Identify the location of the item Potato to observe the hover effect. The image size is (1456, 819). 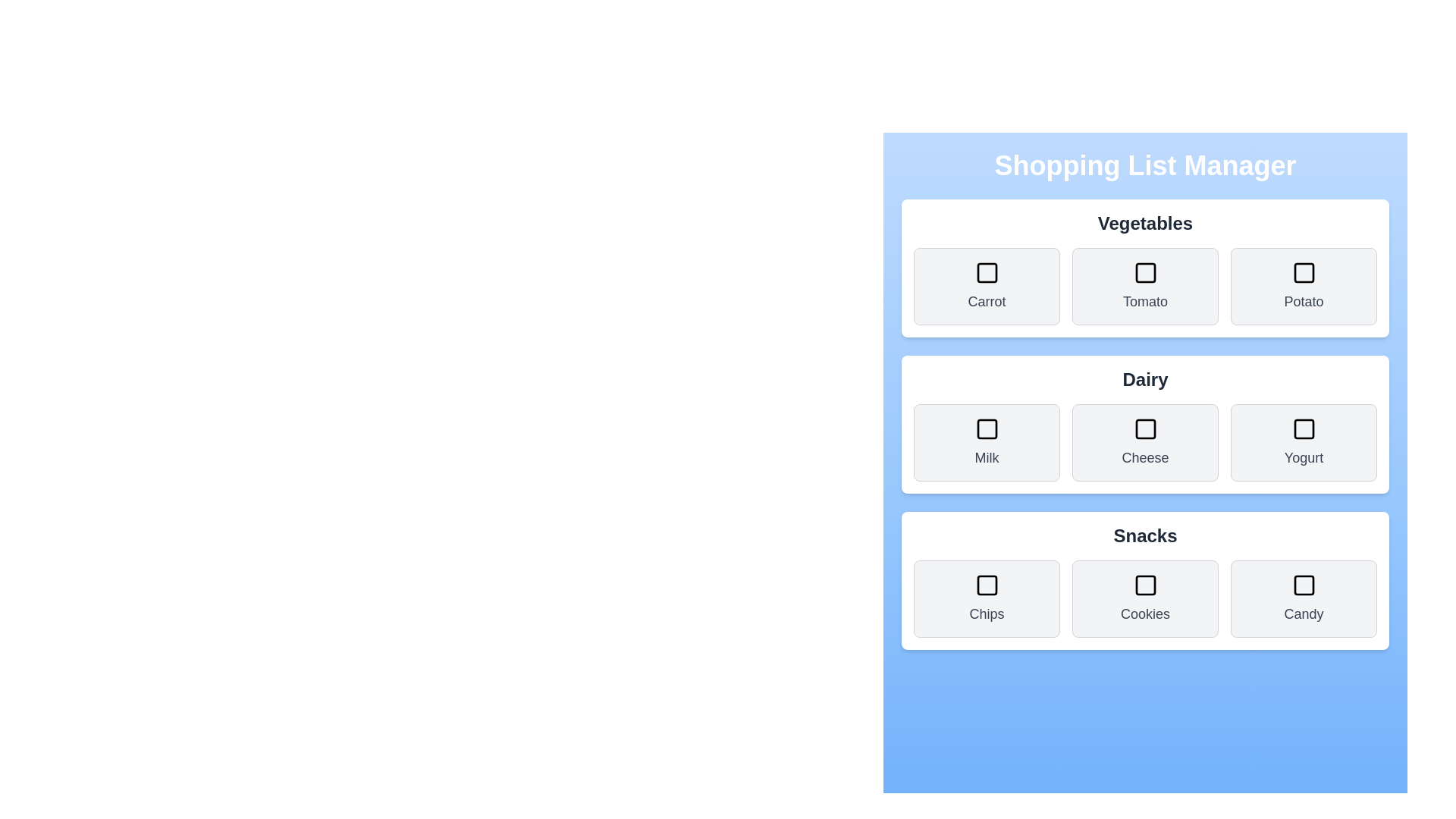
(1303, 287).